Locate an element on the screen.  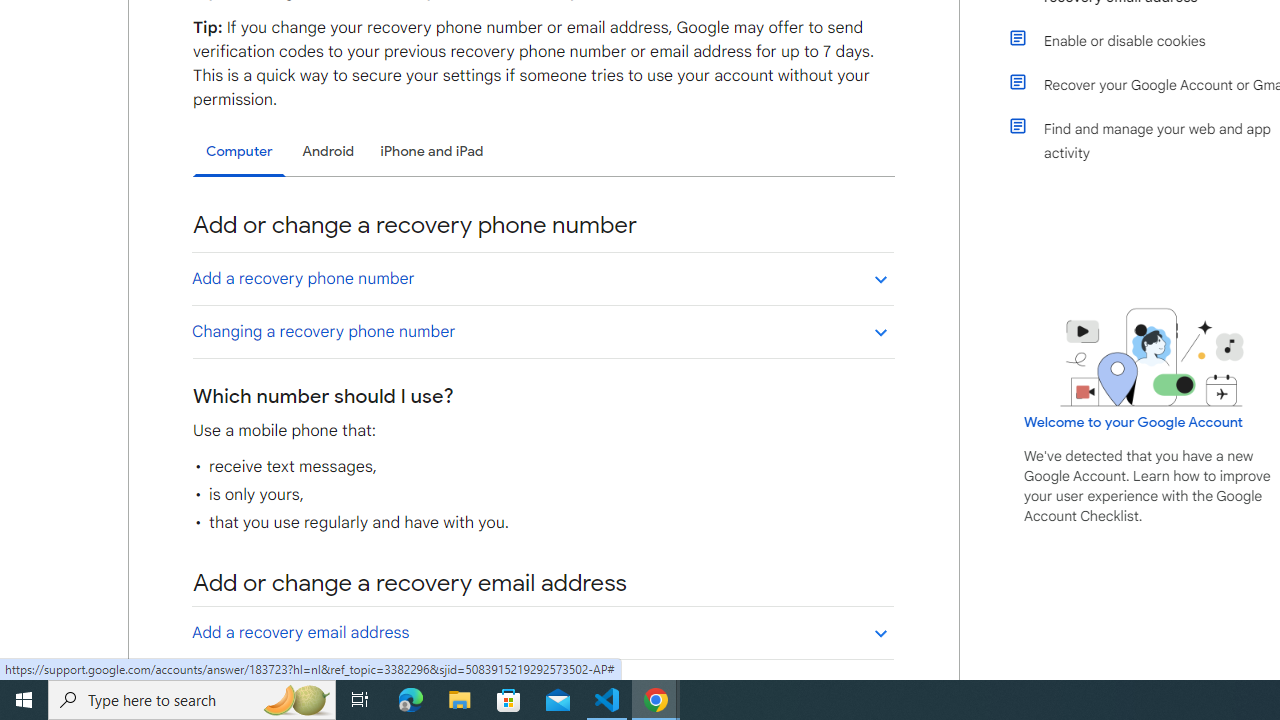
'Add a recovery email address' is located at coordinates (542, 632).